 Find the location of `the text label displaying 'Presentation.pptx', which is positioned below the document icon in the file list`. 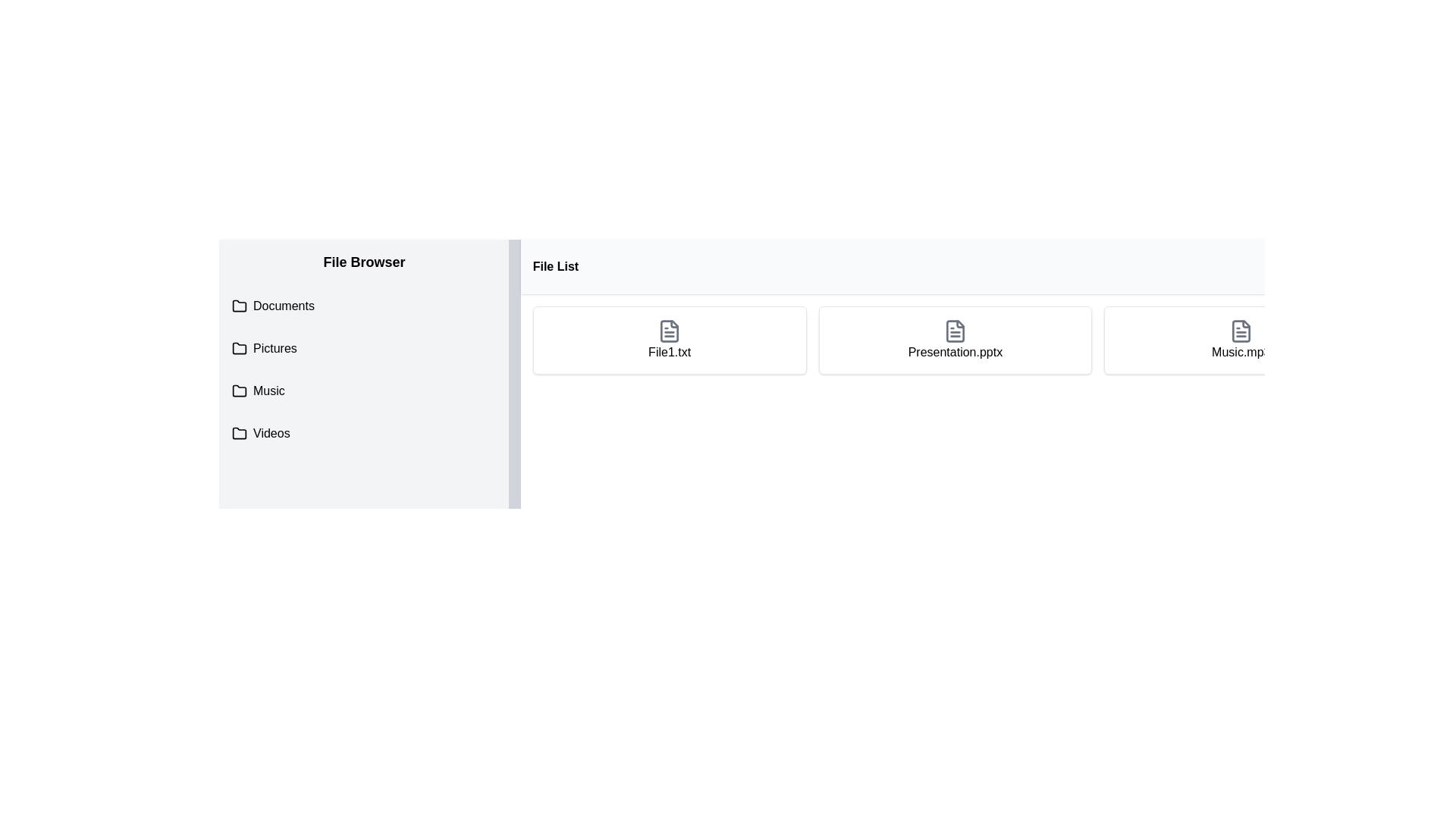

the text label displaying 'Presentation.pptx', which is positioned below the document icon in the file list is located at coordinates (954, 353).